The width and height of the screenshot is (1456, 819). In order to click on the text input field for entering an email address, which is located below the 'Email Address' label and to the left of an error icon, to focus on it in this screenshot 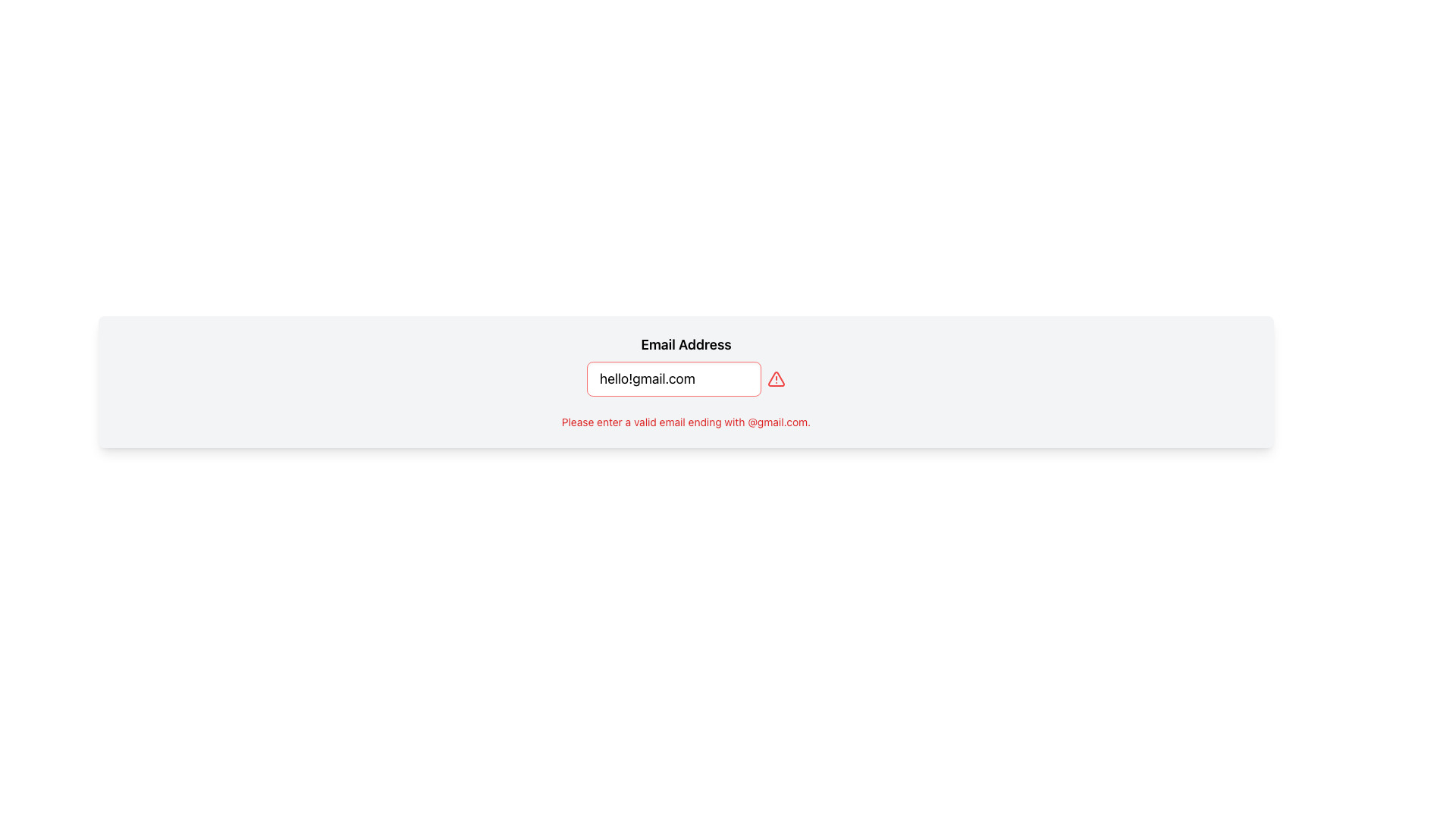, I will do `click(673, 378)`.